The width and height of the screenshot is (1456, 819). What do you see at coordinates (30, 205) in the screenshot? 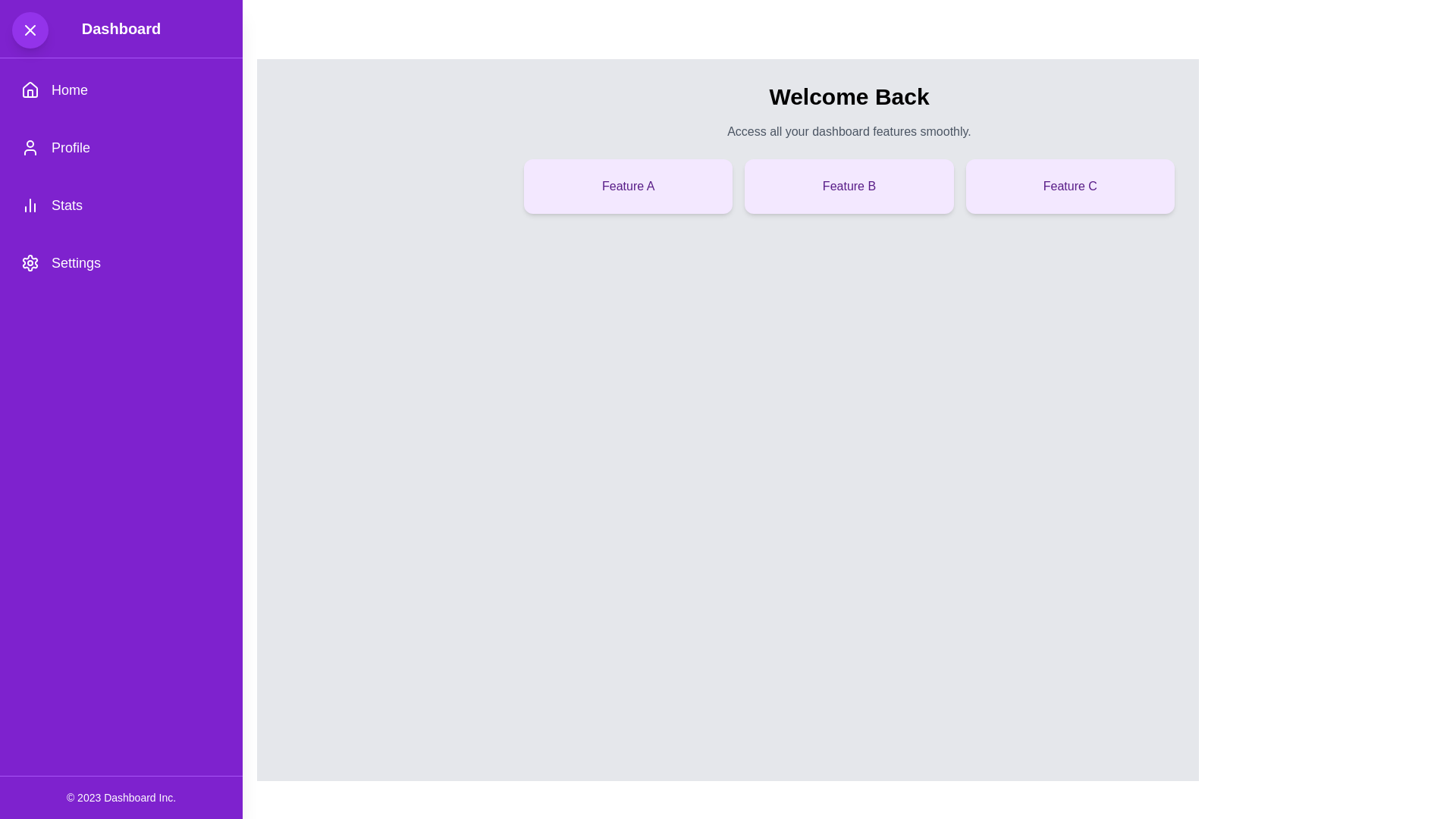
I see `the leftmost icon in the 'Stats' menu located in the left sidebar` at bounding box center [30, 205].